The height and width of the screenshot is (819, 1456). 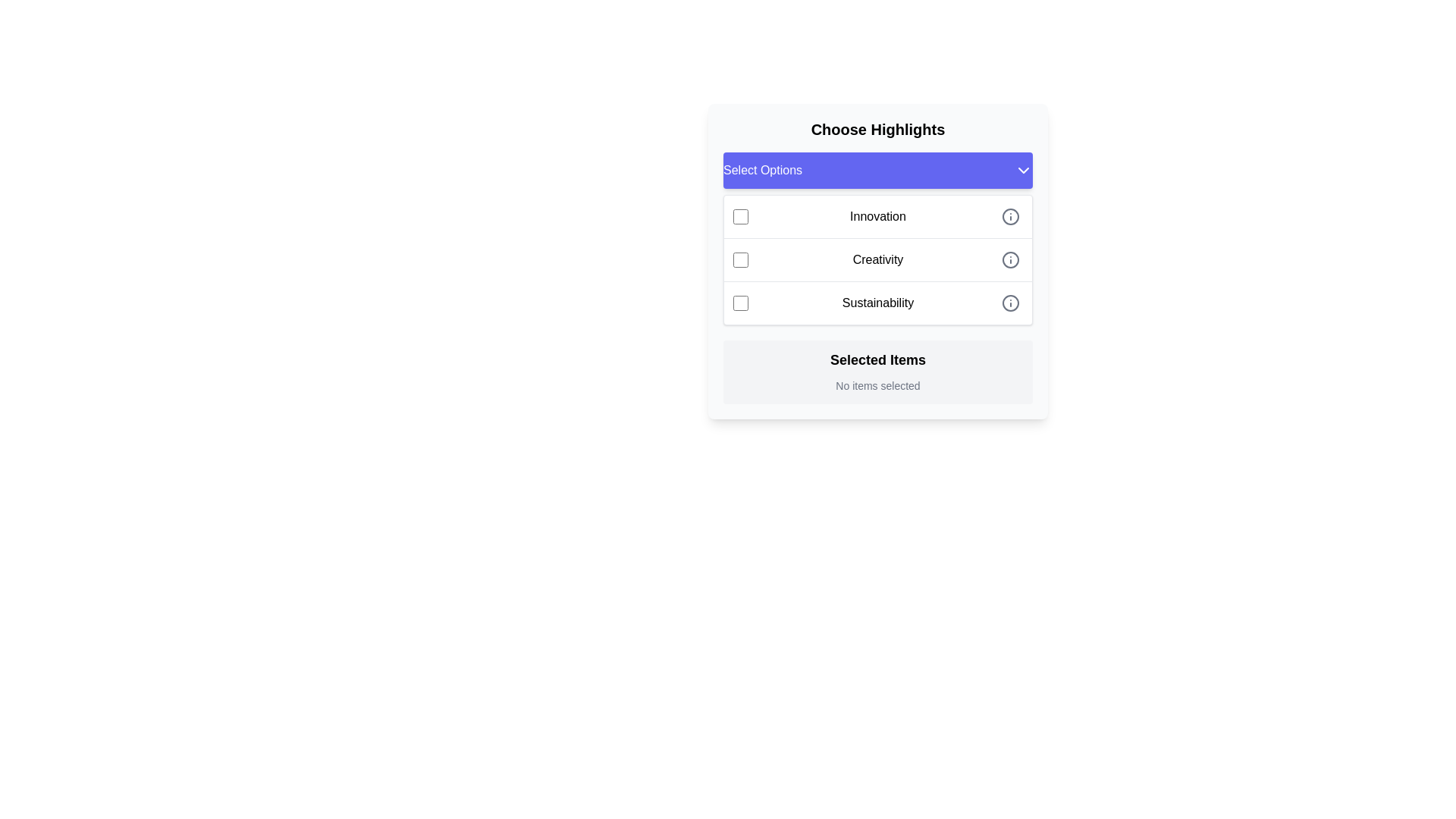 What do you see at coordinates (877, 128) in the screenshot?
I see `the 'Choose Highlights' text element` at bounding box center [877, 128].